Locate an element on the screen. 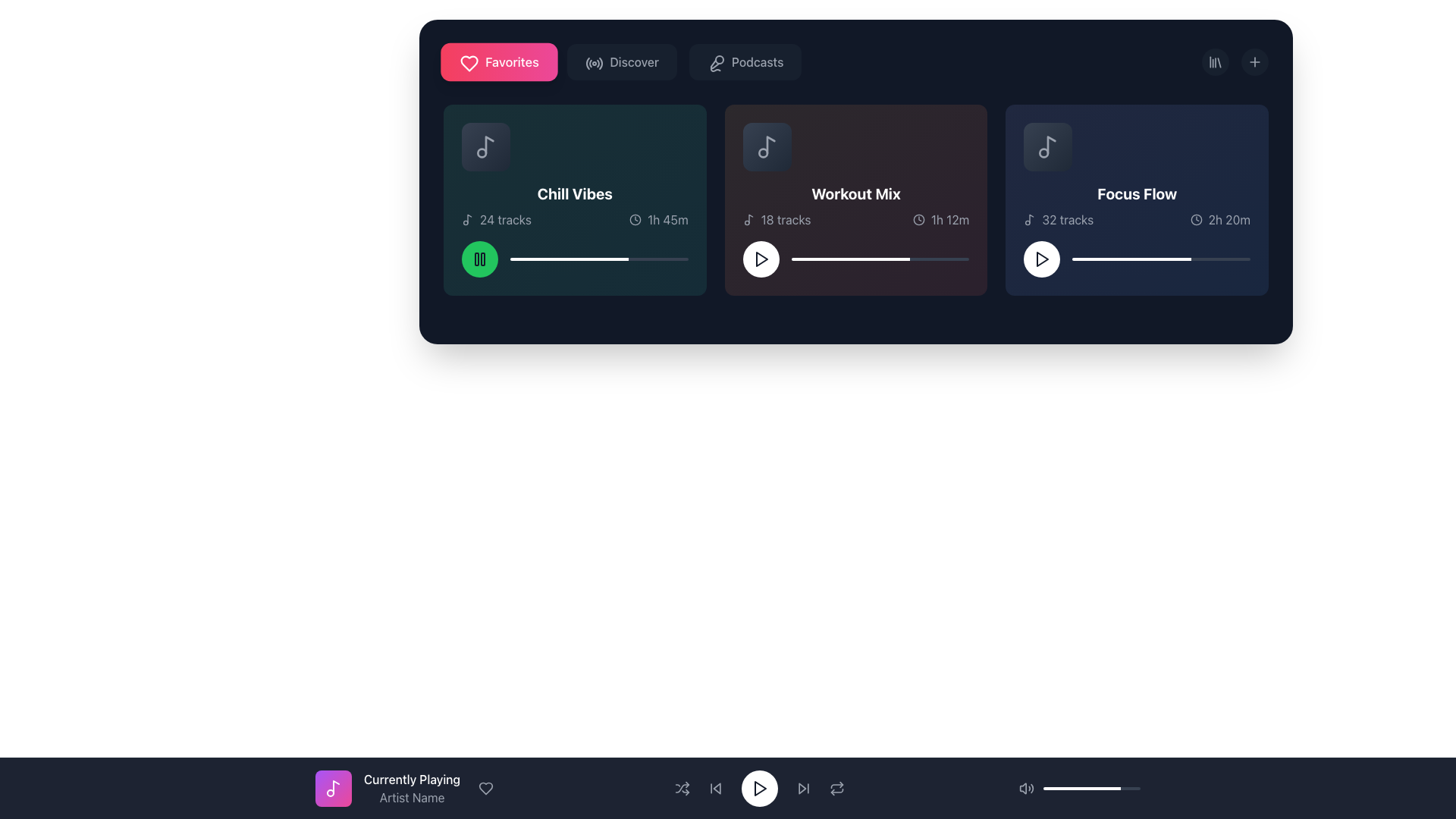  the Text label that serves as the title or name of a playlist or music category, located at the top-center of the first card in a horizontal row is located at coordinates (574, 193).